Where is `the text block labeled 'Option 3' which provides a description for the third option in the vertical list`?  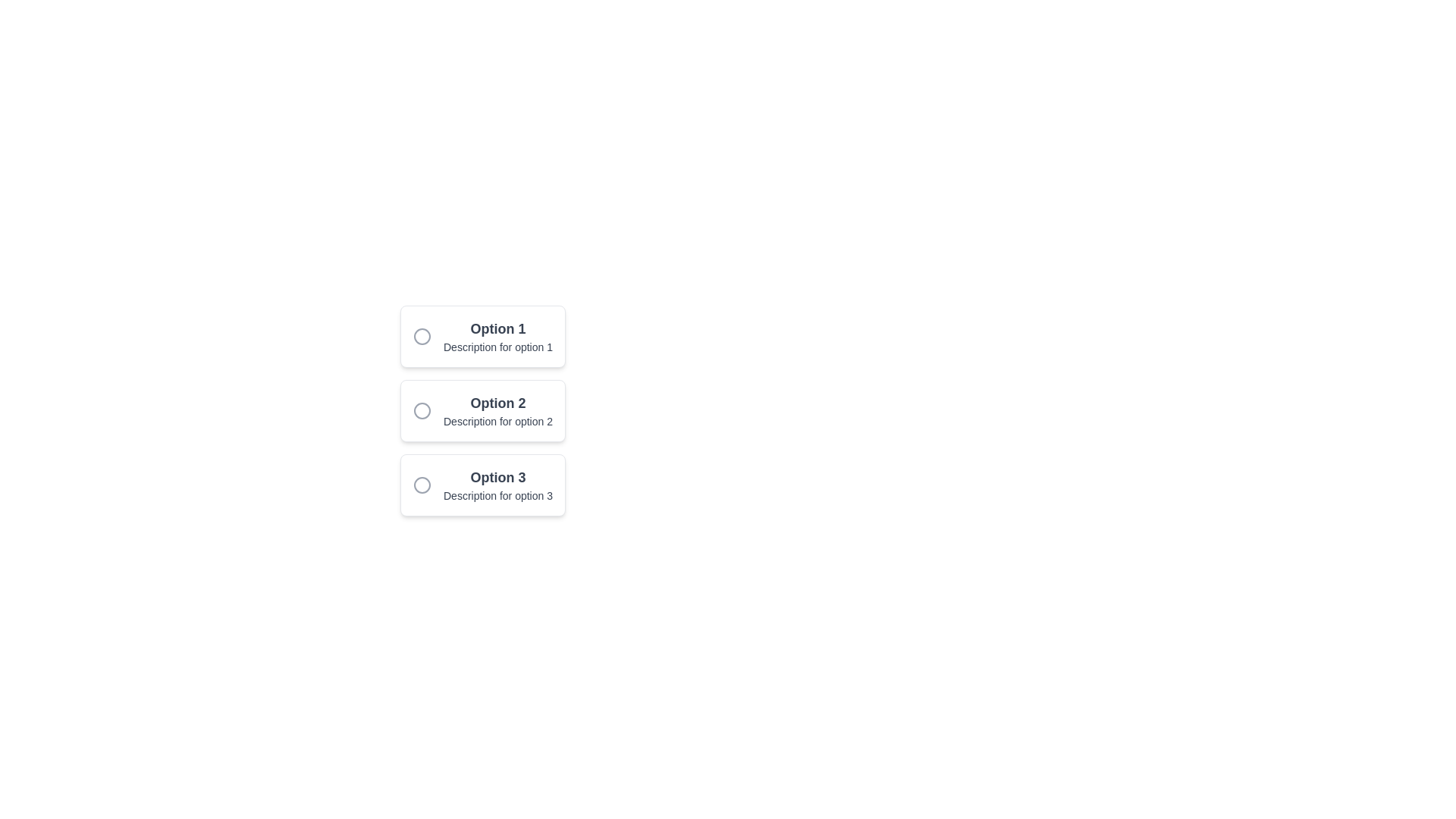
the text block labeled 'Option 3' which provides a description for the third option in the vertical list is located at coordinates (498, 485).